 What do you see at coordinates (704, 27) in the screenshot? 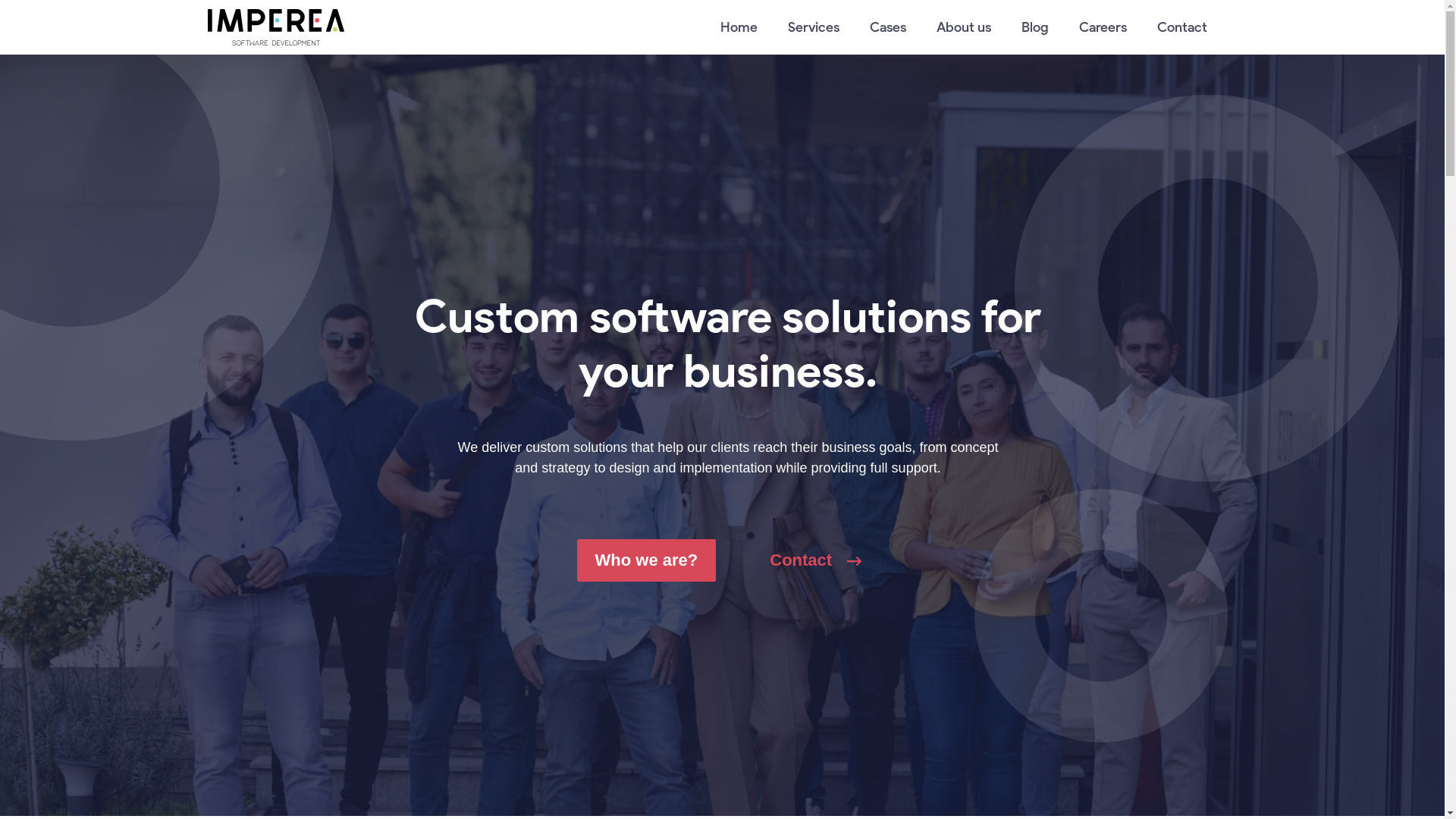
I see `'Home'` at bounding box center [704, 27].